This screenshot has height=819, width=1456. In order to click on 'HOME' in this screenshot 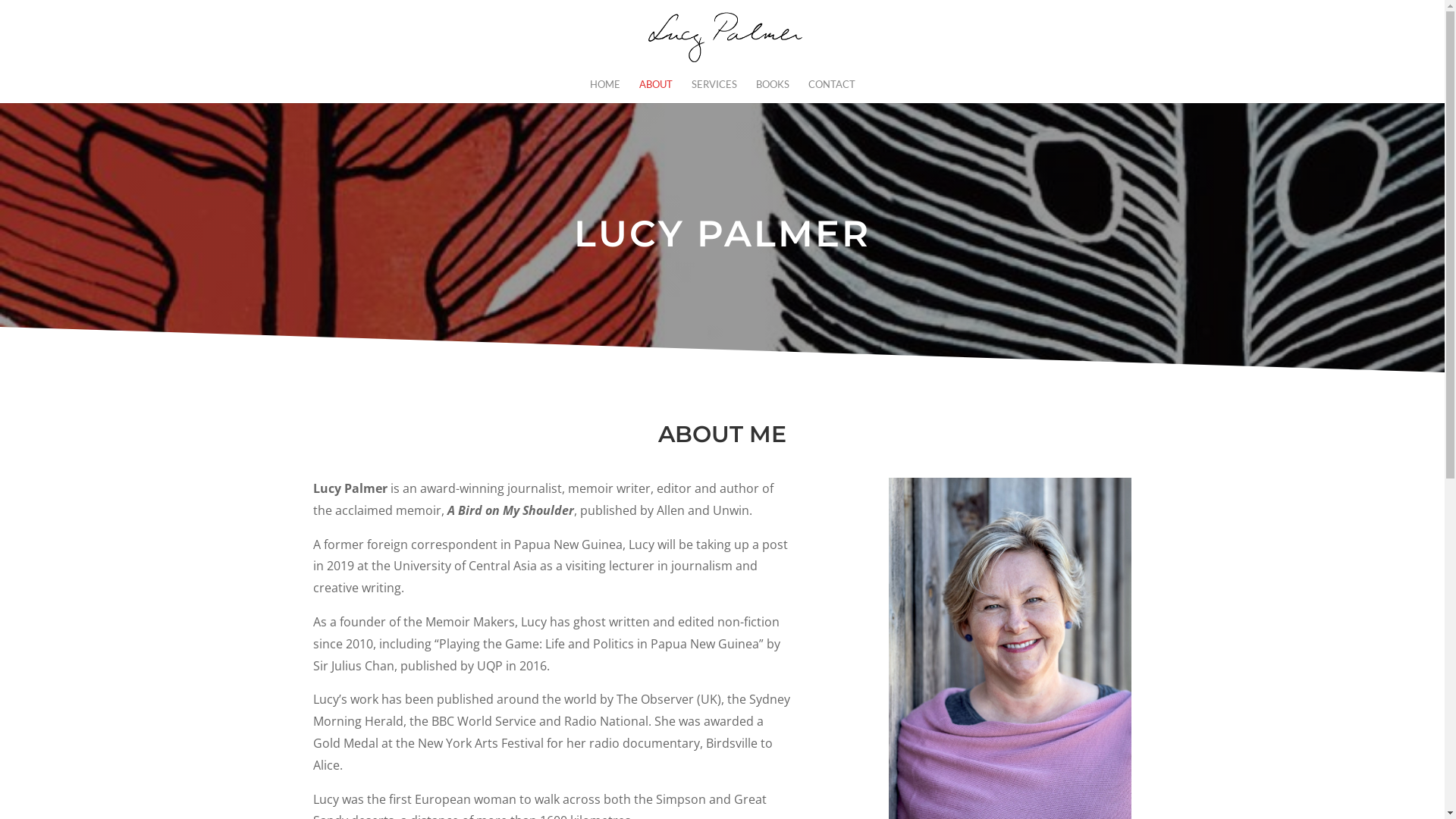, I will do `click(604, 90)`.